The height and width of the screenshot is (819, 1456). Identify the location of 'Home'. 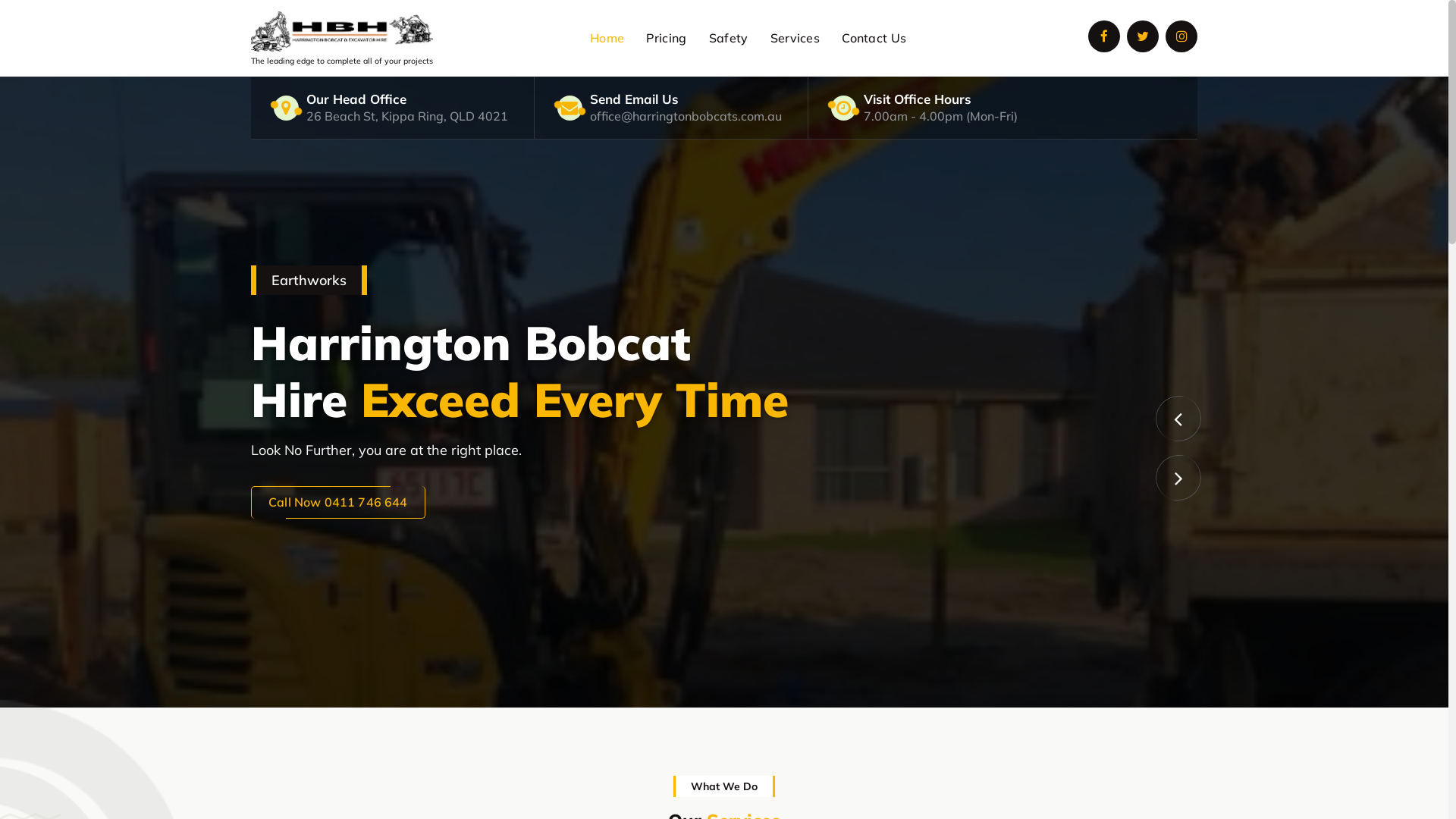
(607, 37).